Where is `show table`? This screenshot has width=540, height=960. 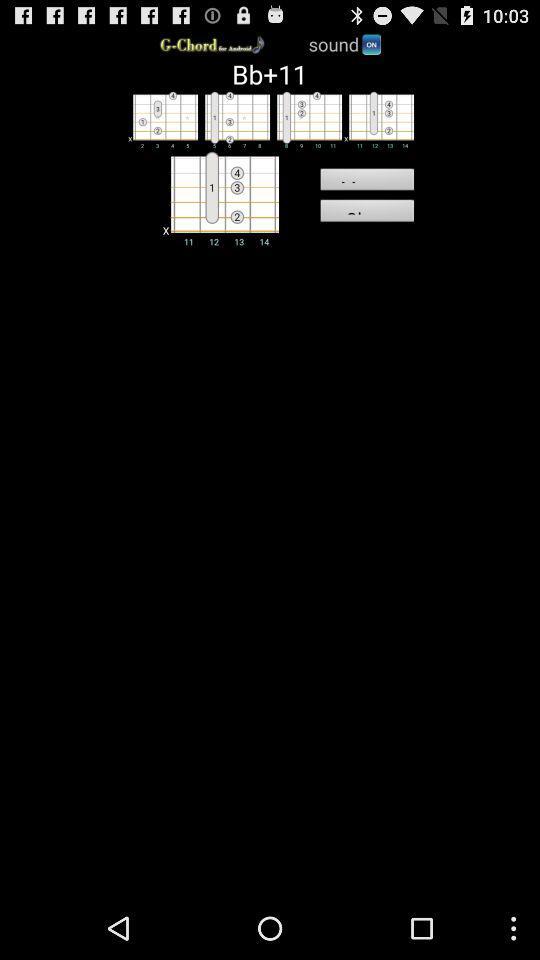 show table is located at coordinates (161, 119).